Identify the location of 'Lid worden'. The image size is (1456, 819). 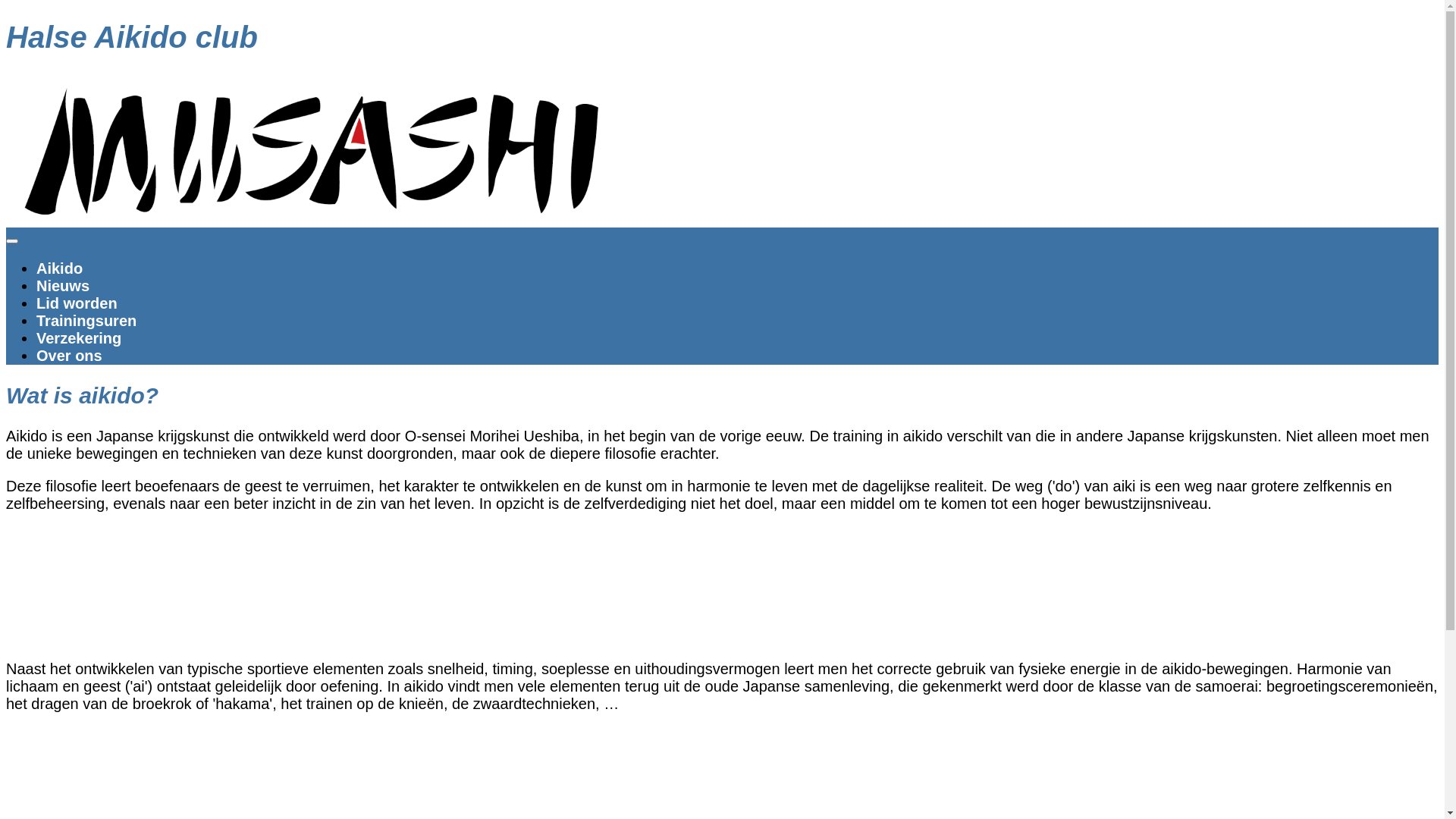
(36, 303).